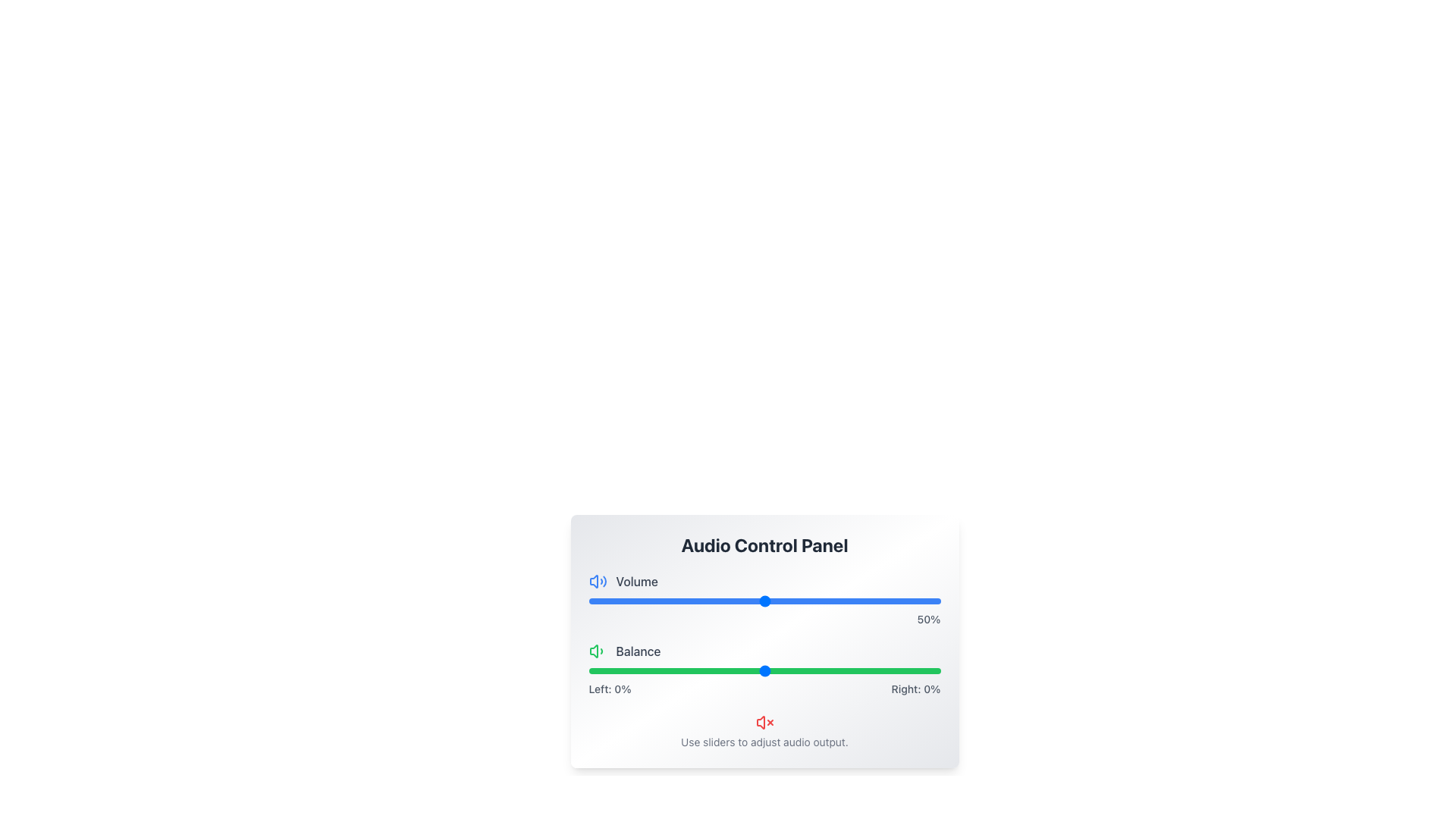 This screenshot has width=1456, height=819. What do you see at coordinates (761, 721) in the screenshot?
I see `the red-colored volume speaker icon that indicates a muted or disabled state, located at the bottom portion of the panel among other volume-related icons` at bounding box center [761, 721].